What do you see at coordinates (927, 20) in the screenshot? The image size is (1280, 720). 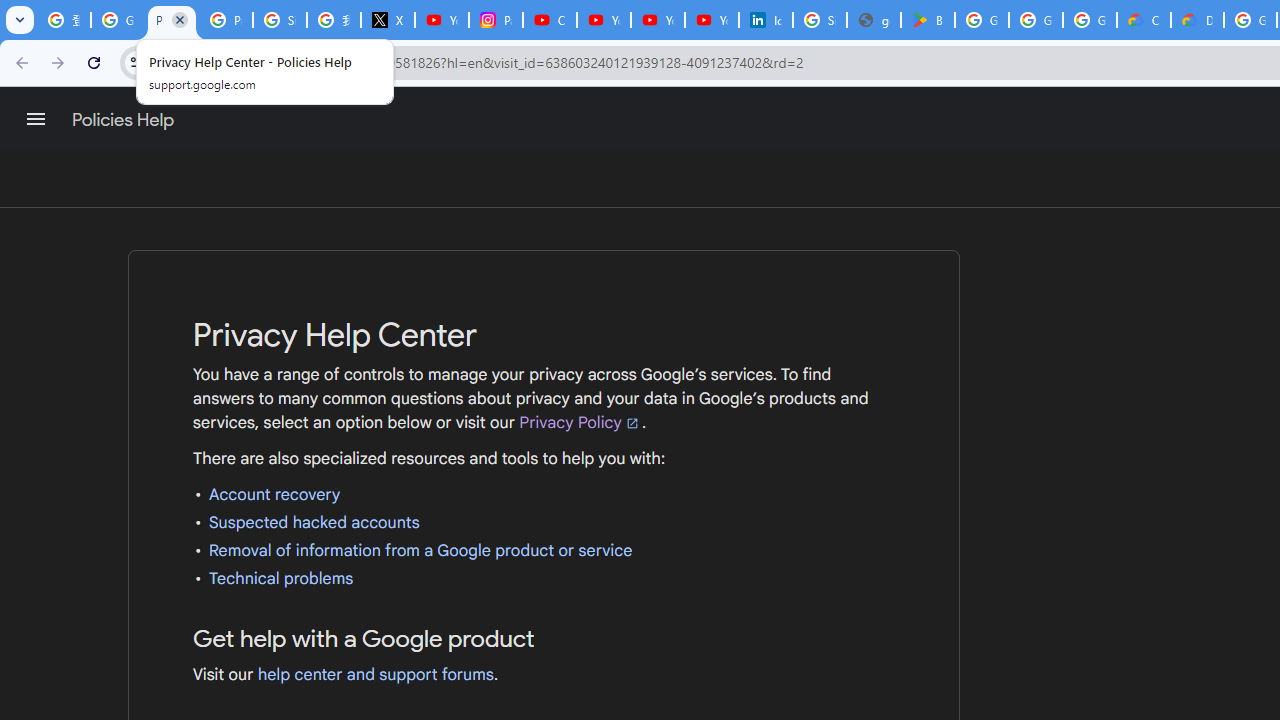 I see `'Bluey: Let'` at bounding box center [927, 20].